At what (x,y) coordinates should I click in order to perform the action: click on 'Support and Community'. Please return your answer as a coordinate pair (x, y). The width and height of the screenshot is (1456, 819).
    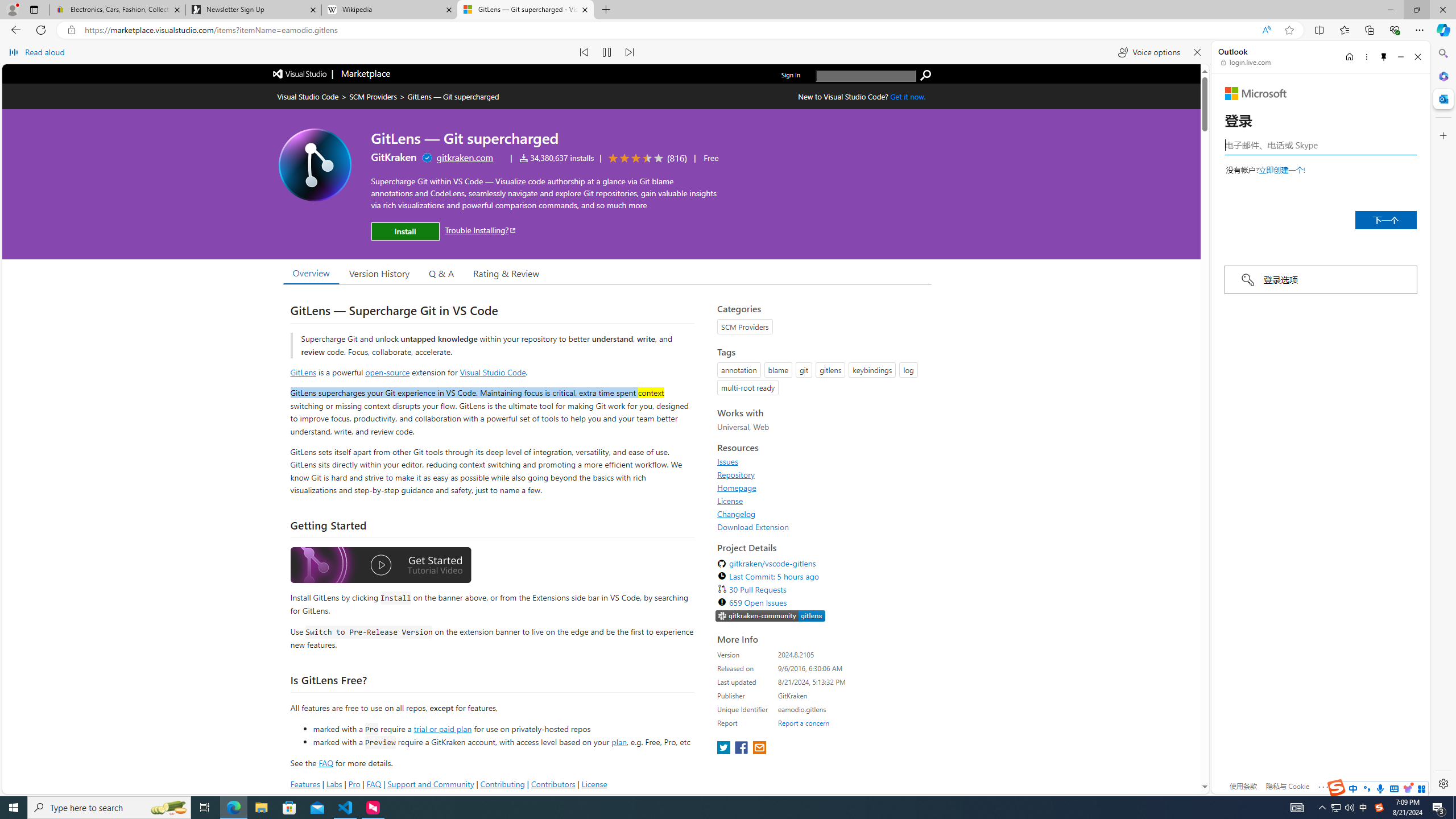
    Looking at the image, I should click on (431, 784).